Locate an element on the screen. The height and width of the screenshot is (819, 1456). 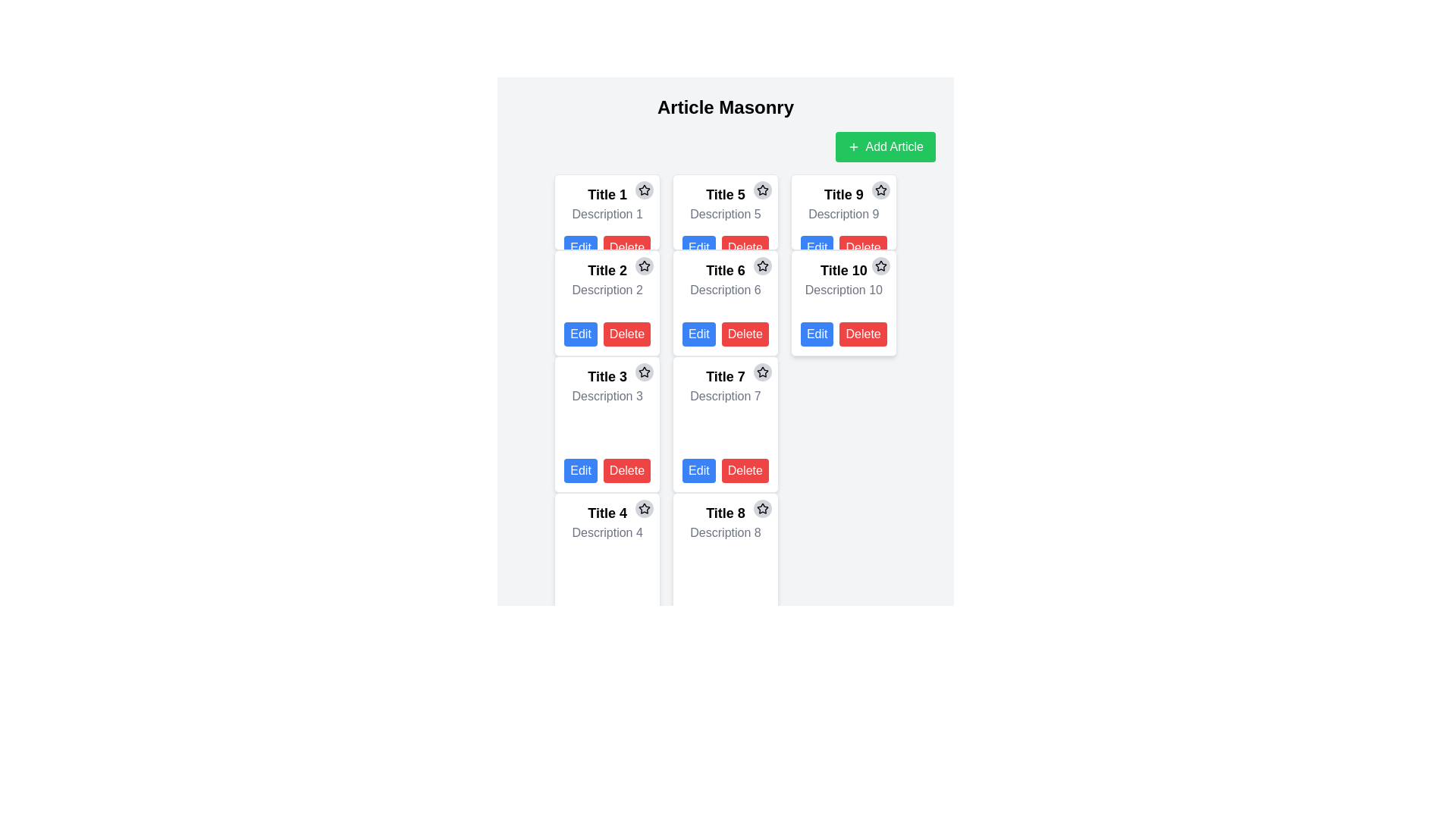
the icon button located in the upper-right corner of the card labeled 'Title 7' to interact with it is located at coordinates (762, 372).